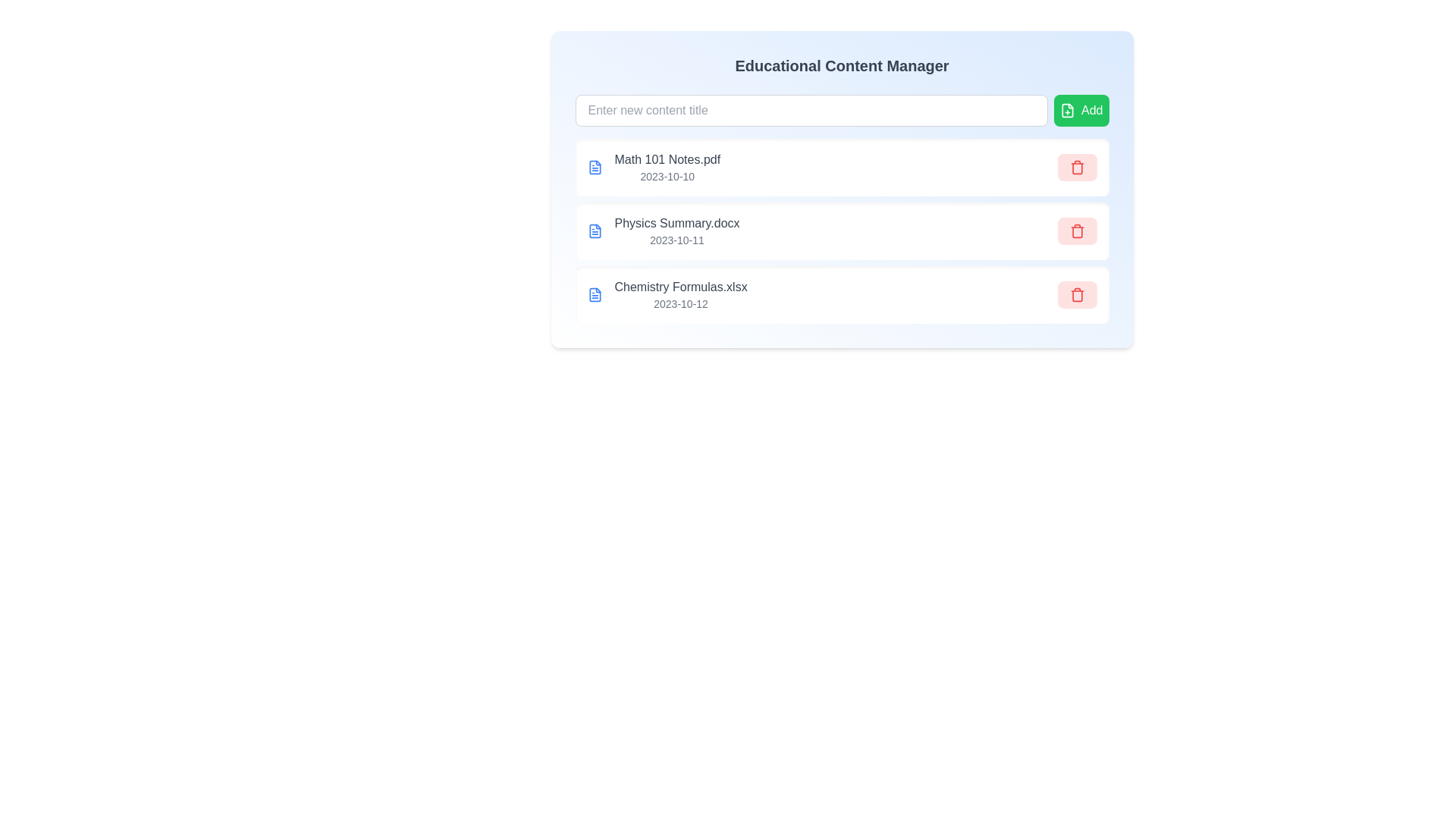  I want to click on the file name 'Math 101 Notes.pdf' in the list item card, so click(841, 167).